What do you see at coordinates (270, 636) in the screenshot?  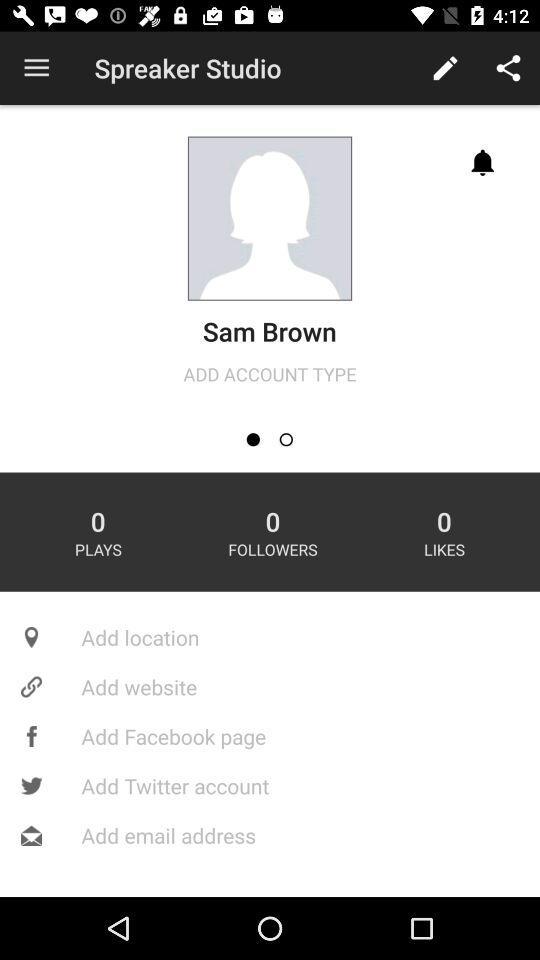 I see `the icon above the add website` at bounding box center [270, 636].